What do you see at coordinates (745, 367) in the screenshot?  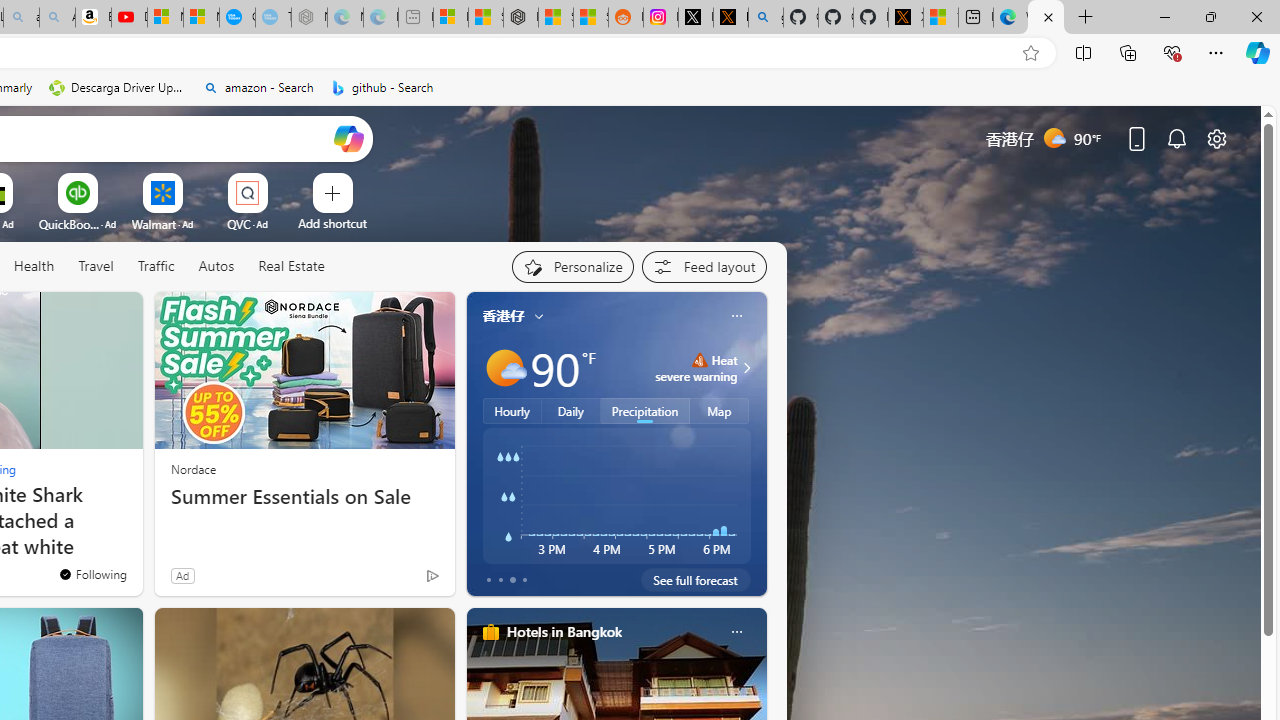 I see `'Class: weather-arrow-glyph'` at bounding box center [745, 367].